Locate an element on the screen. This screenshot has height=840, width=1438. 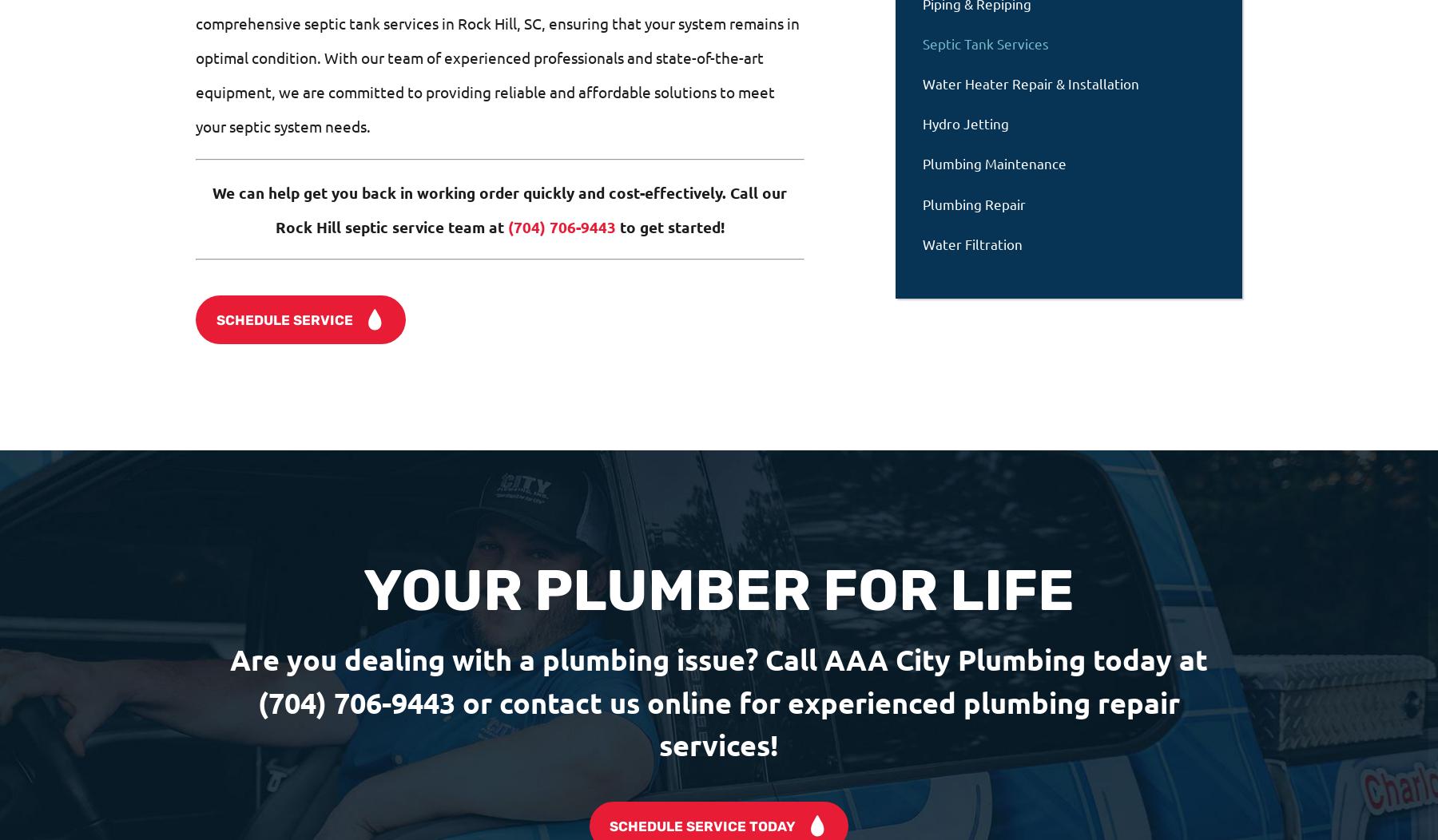
'Hand Picked Team' is located at coordinates (947, 142).